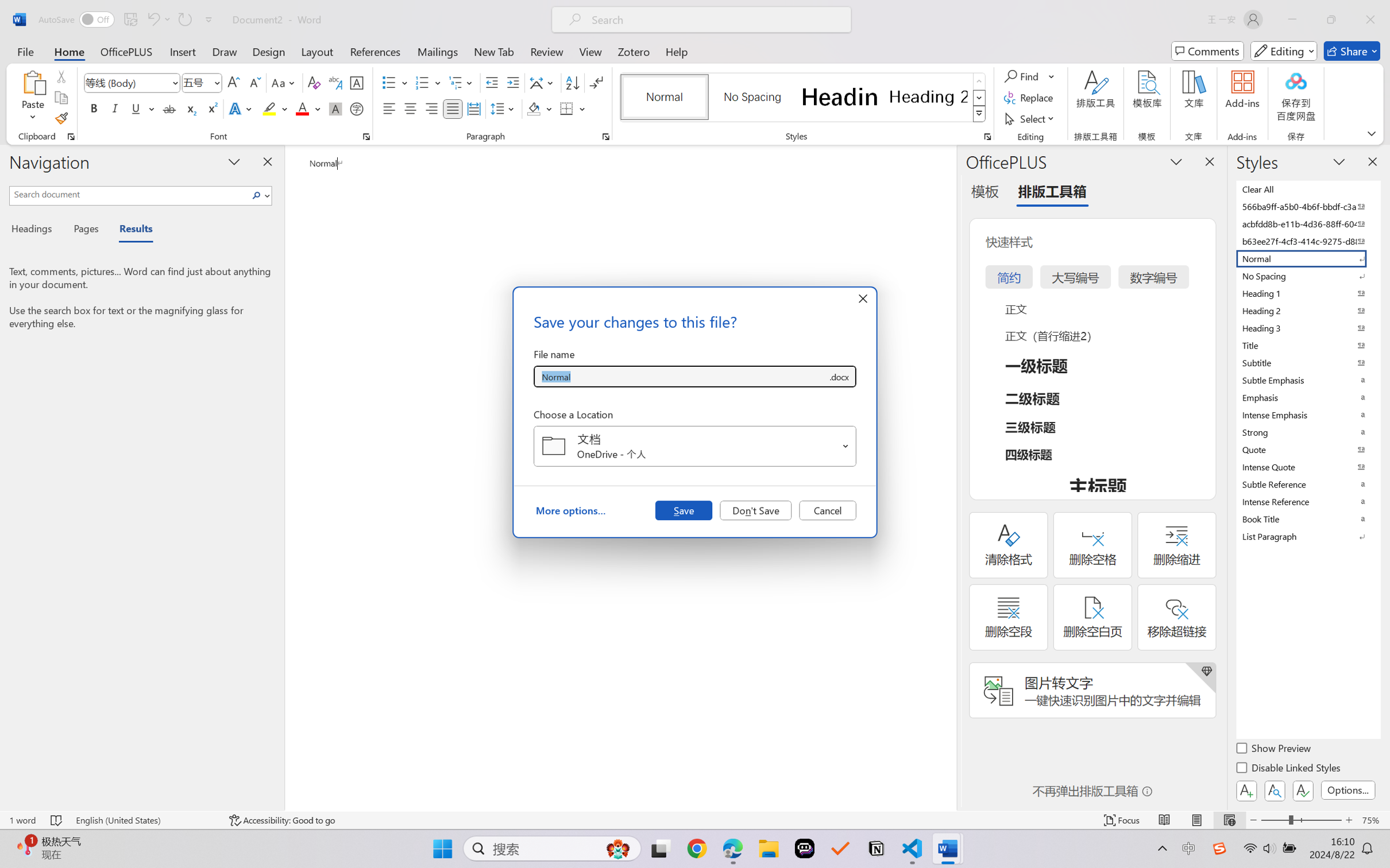  I want to click on 'Disable Linked Styles', so click(1288, 769).